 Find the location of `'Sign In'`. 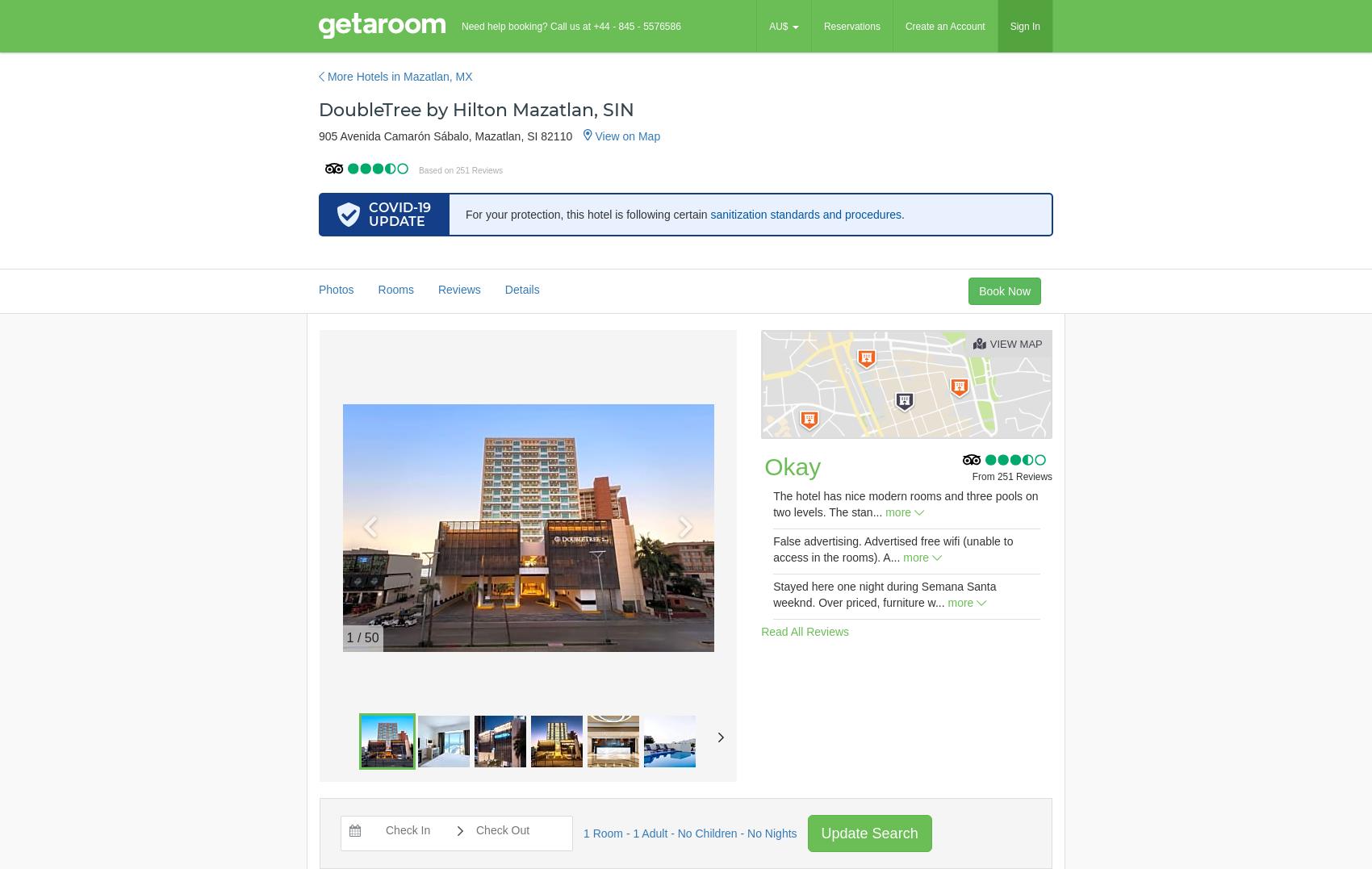

'Sign In' is located at coordinates (1024, 24).